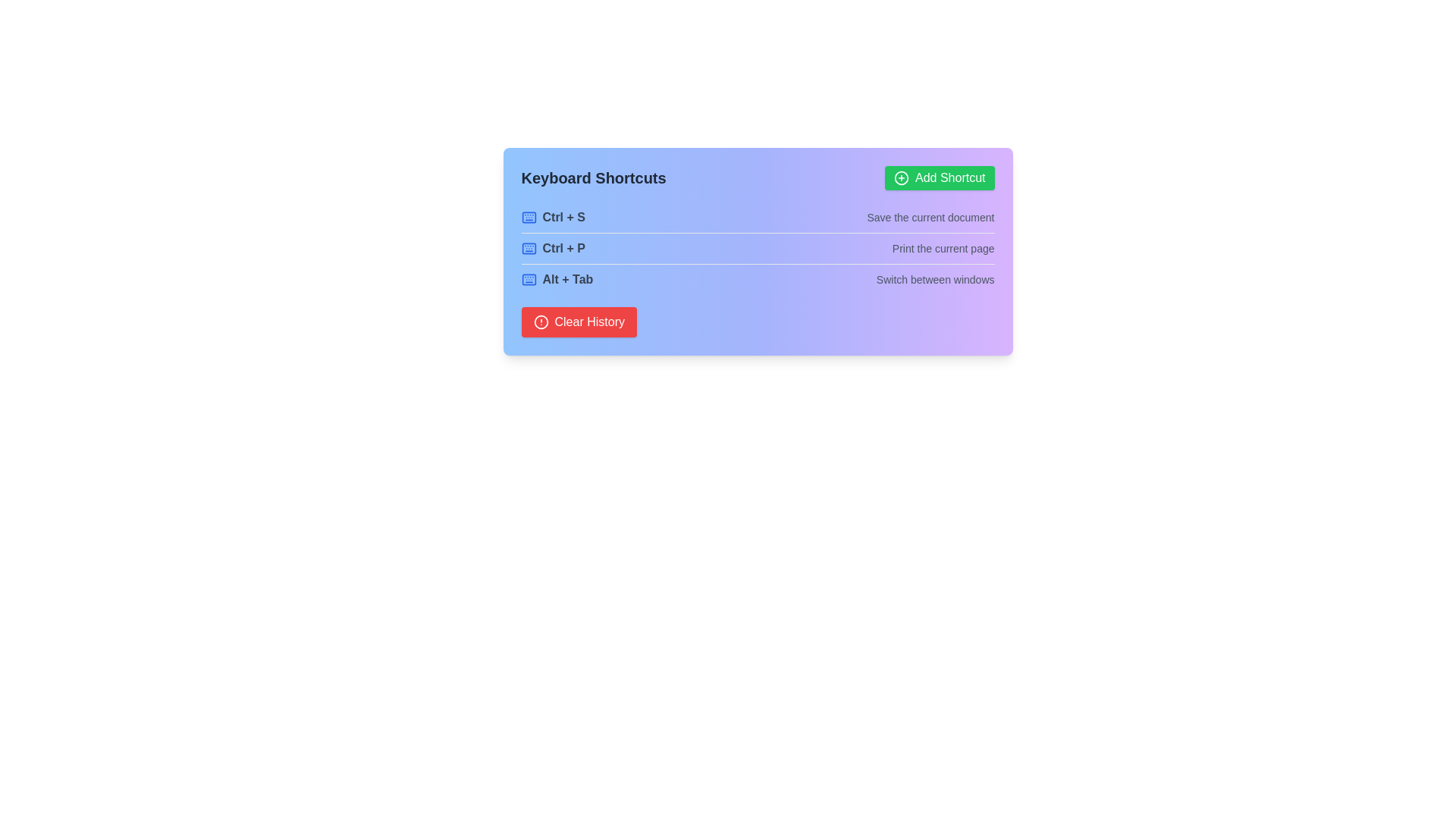 The image size is (1456, 819). Describe the element at coordinates (902, 177) in the screenshot. I see `the green circular outline of the '+' sign in the 'Add Shortcut' button located in the top-right section of the 'Keyboard Shortcuts' panel` at that location.